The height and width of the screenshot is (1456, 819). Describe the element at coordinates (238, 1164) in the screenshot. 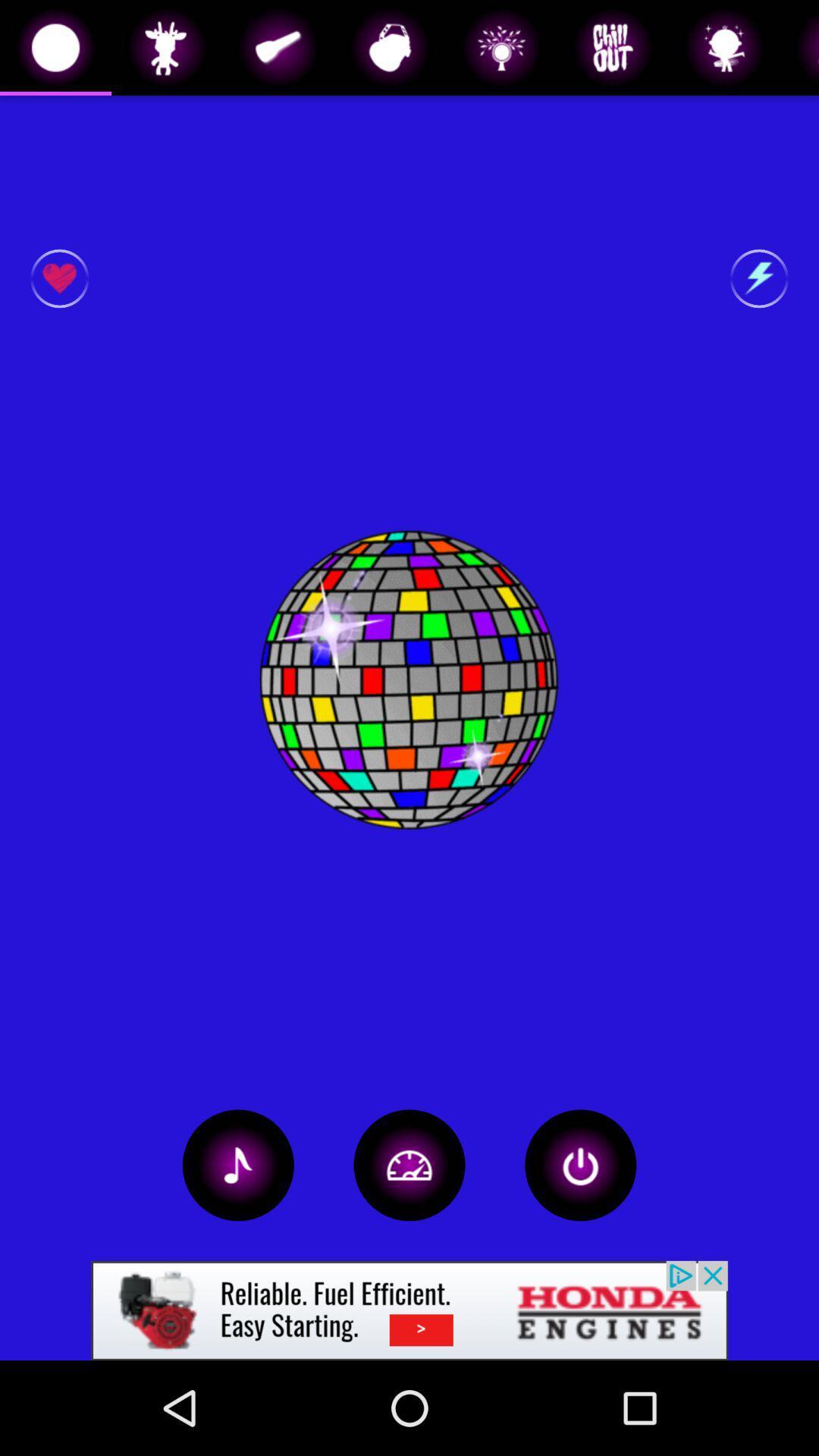

I see `the music icon` at that location.